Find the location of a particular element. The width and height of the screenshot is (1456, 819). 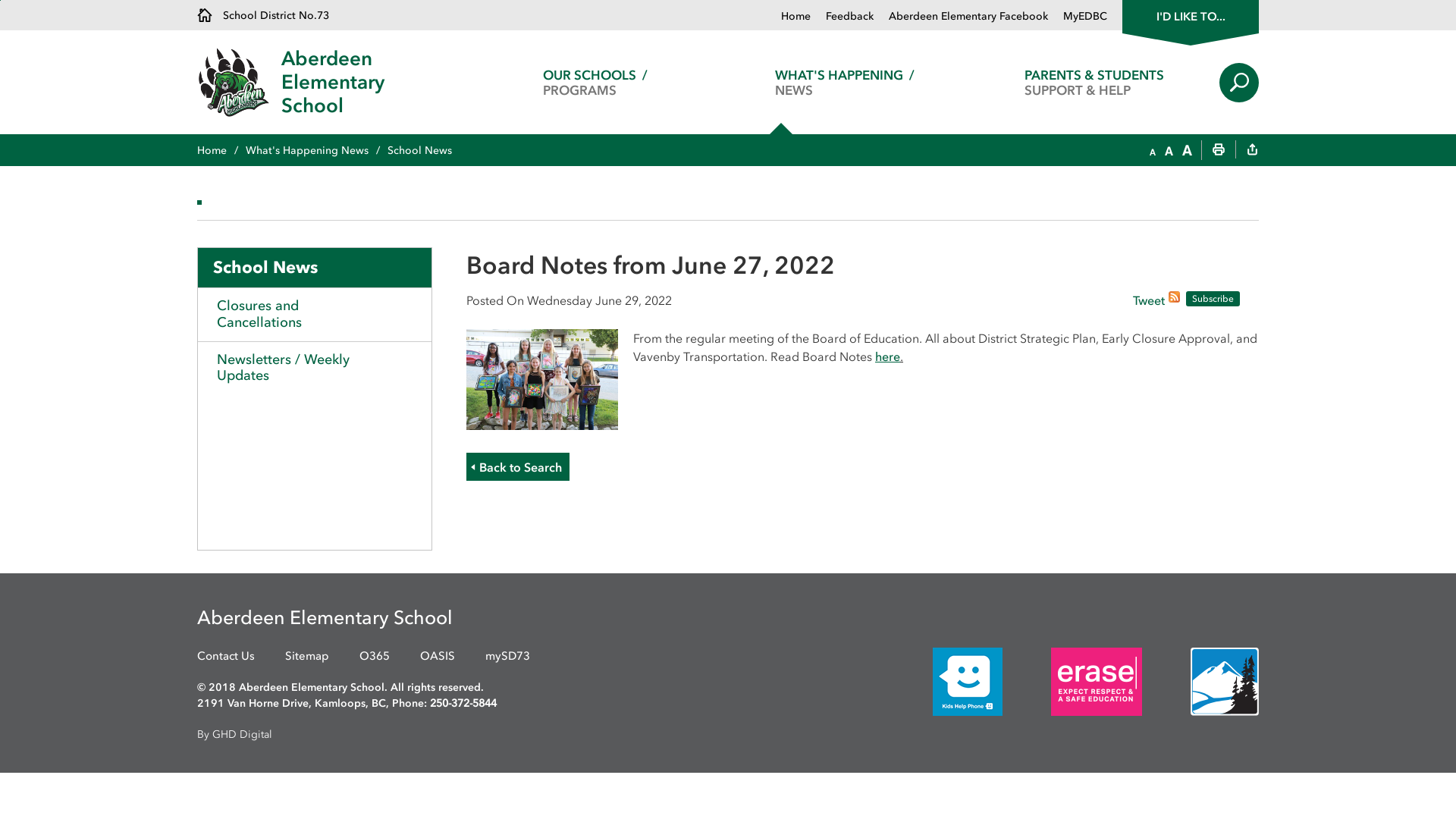

'Contact Us' is located at coordinates (224, 655).